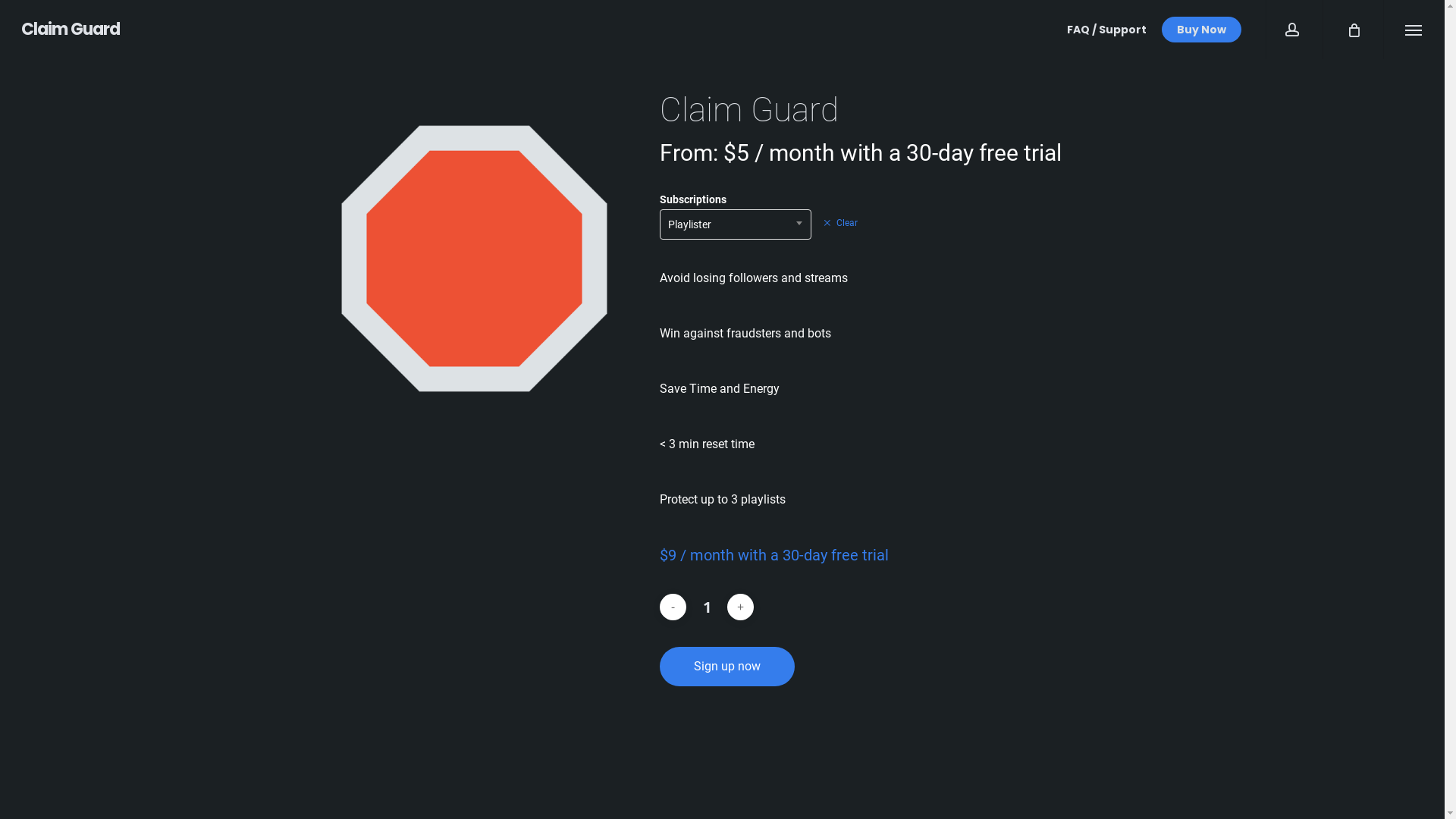 The height and width of the screenshot is (819, 1456). Describe the element at coordinates (1106, 29) in the screenshot. I see `'FAQ / Support'` at that location.